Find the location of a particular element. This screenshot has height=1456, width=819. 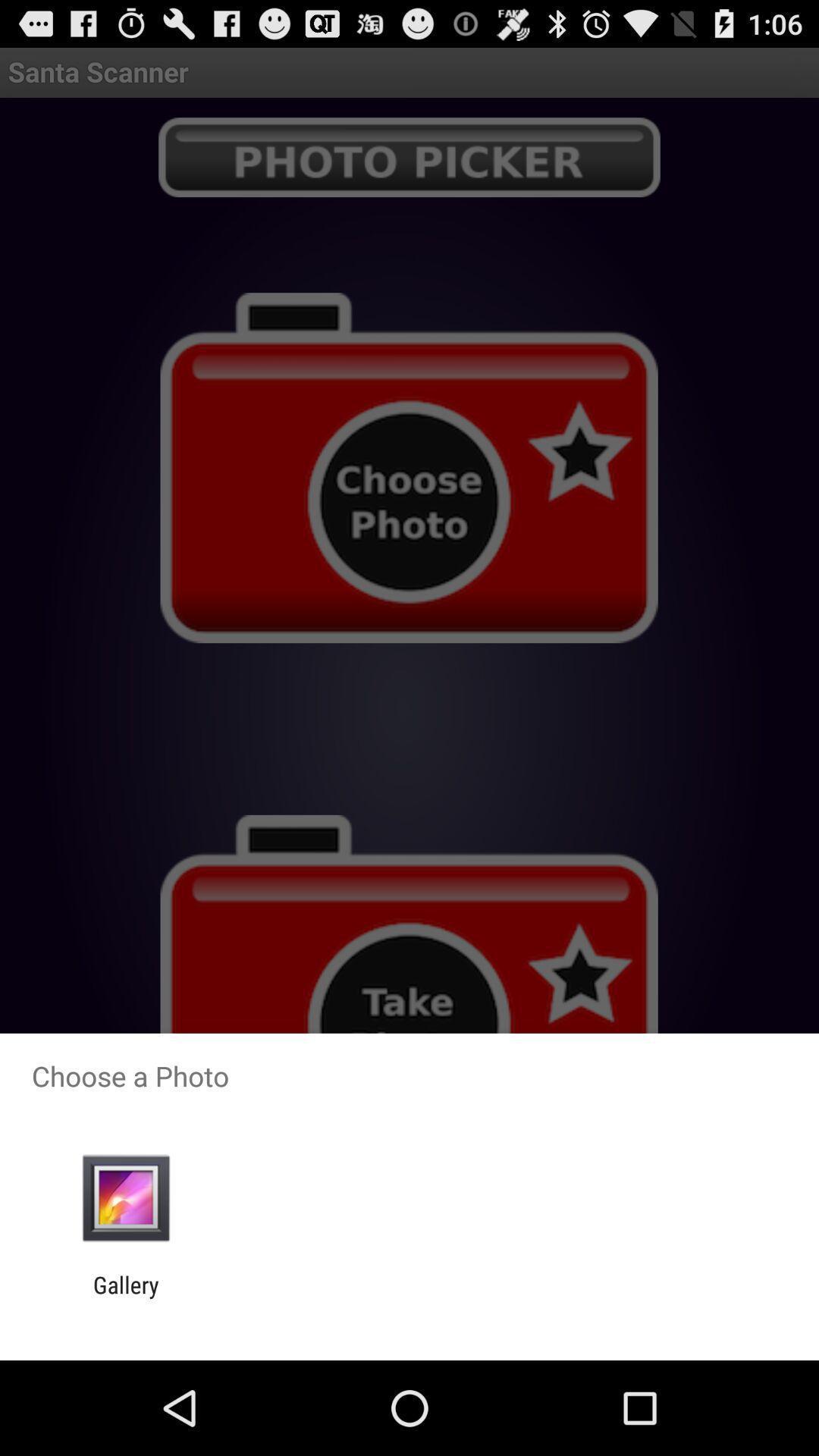

the icon above gallery item is located at coordinates (125, 1197).